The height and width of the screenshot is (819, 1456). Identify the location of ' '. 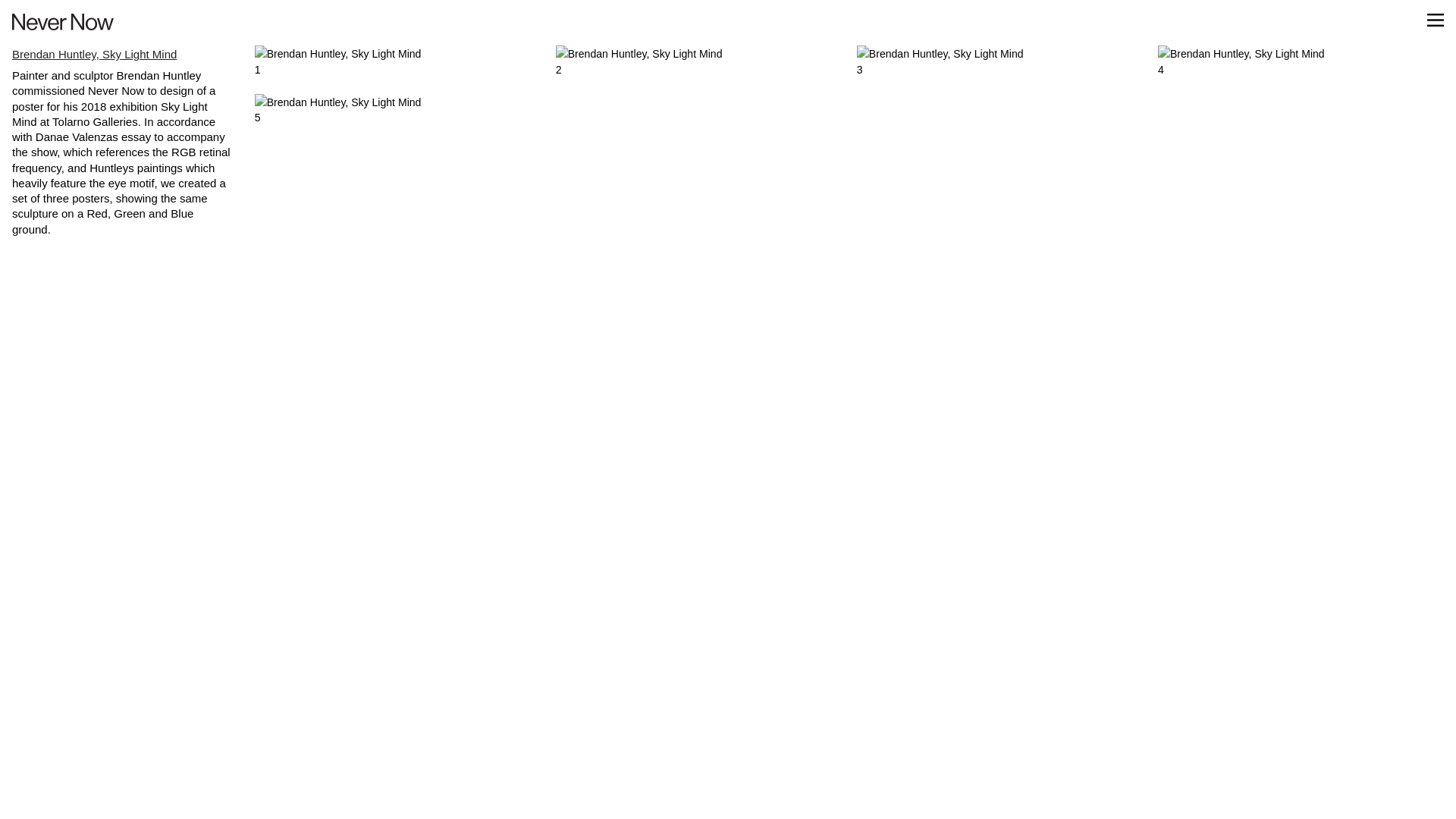
(1434, 20).